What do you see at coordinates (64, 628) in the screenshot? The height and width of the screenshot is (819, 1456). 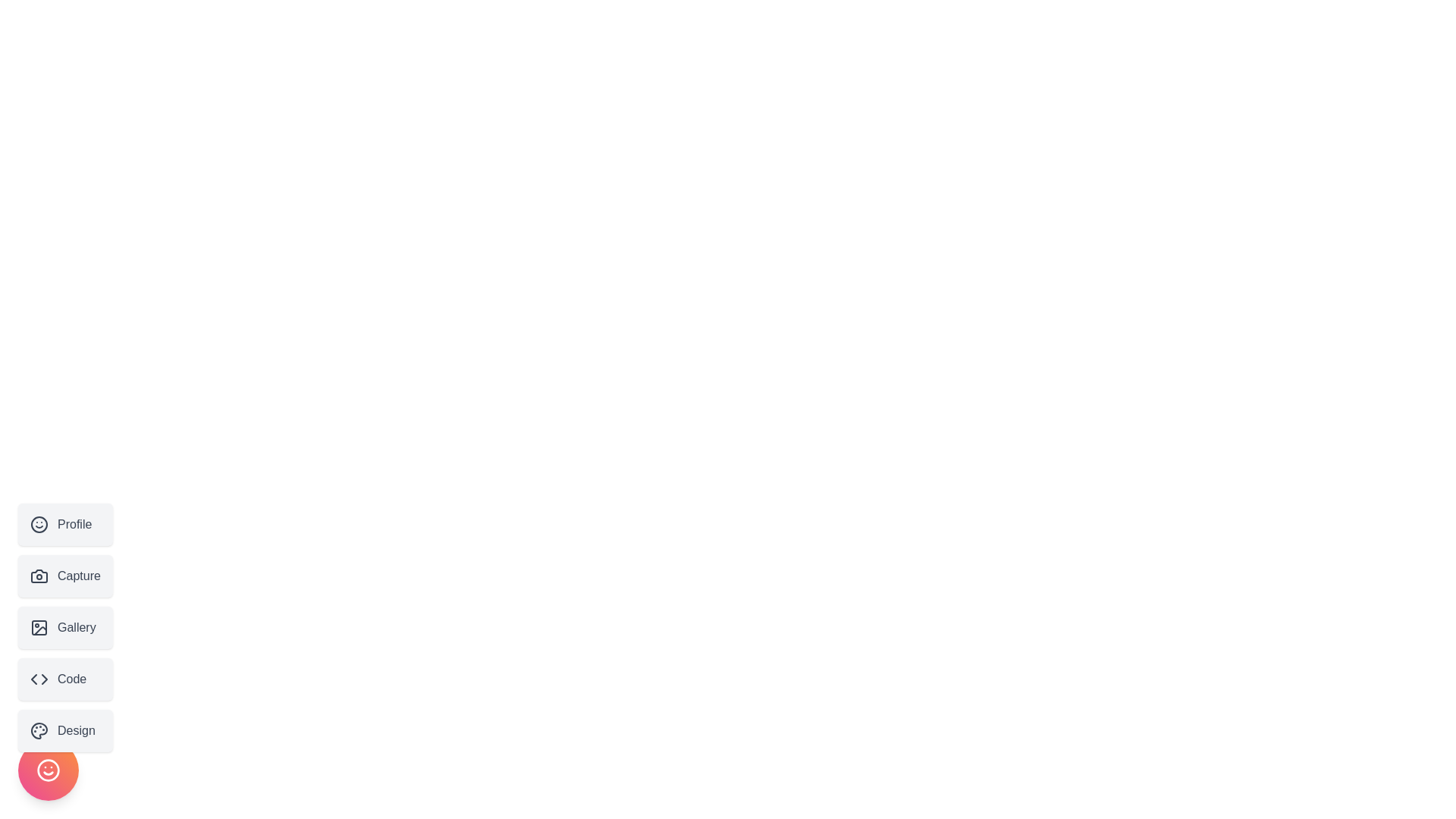 I see `the gallery navigation button located below the 'Capture' button and above the 'Code' button to observe any hover effects` at bounding box center [64, 628].